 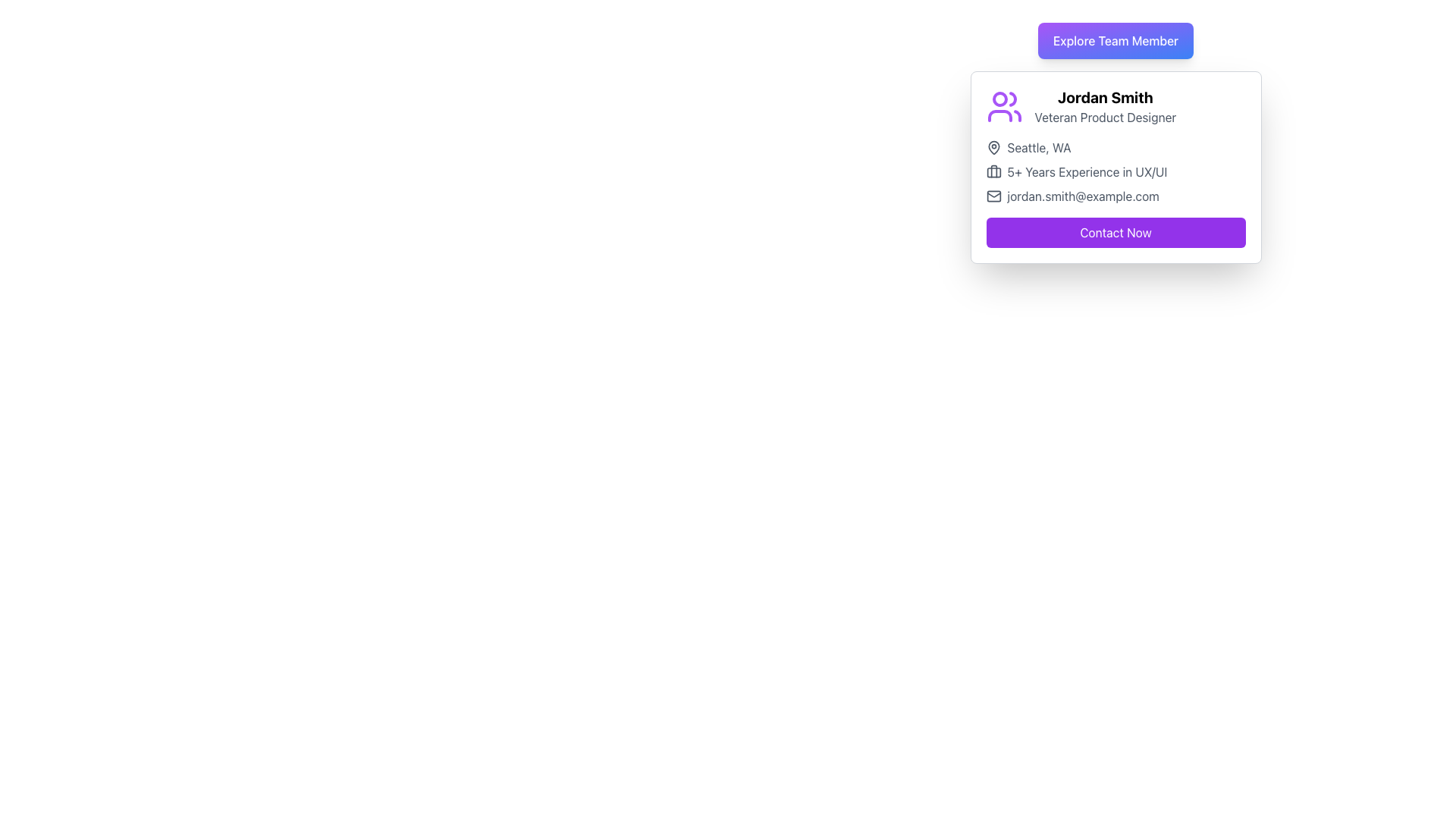 I want to click on the map pin icon located at the top-left side of the card for Jordan Smith, positioned before the text 'Seattle, WA', so click(x=993, y=148).